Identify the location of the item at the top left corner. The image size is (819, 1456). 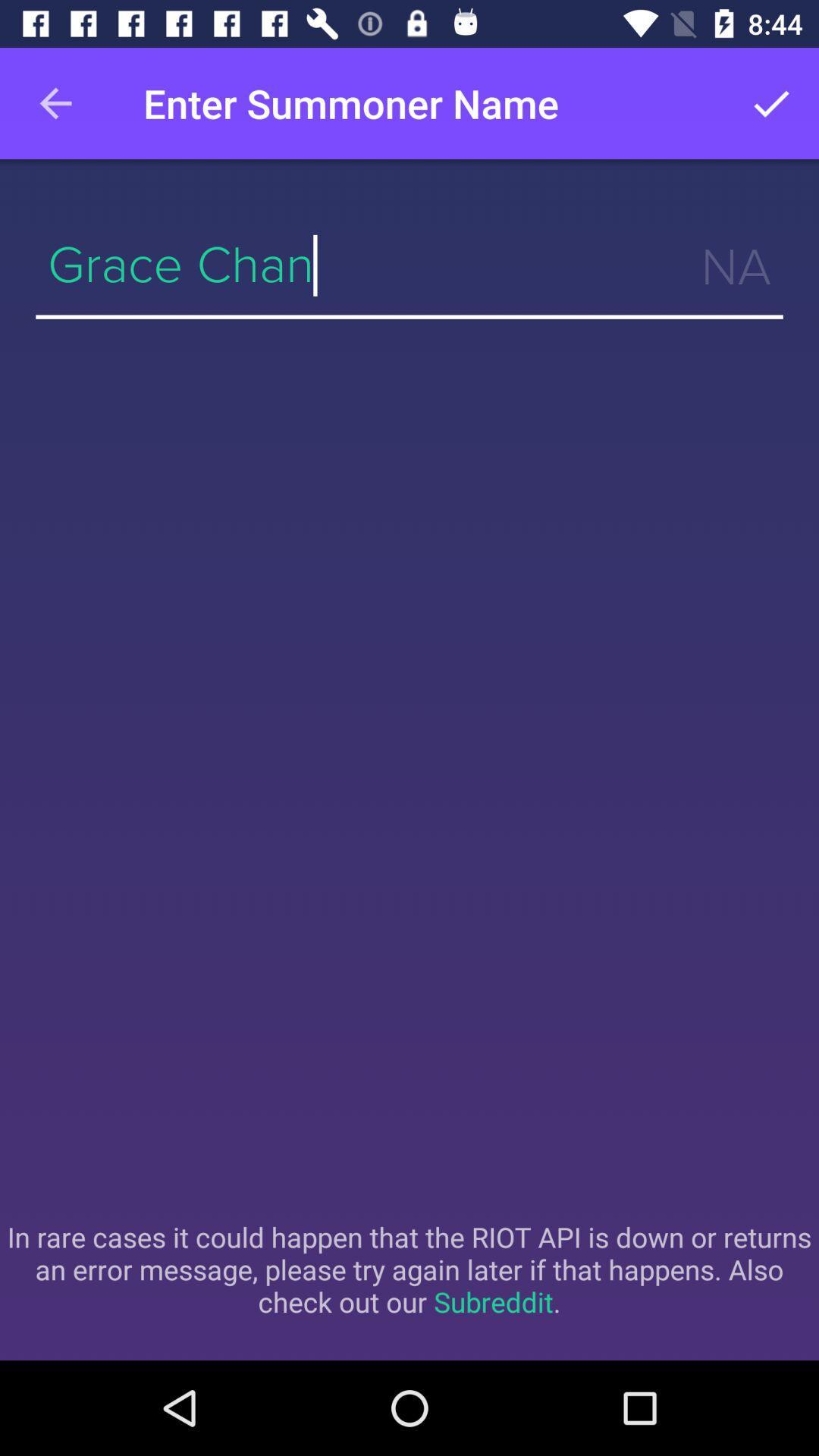
(55, 102).